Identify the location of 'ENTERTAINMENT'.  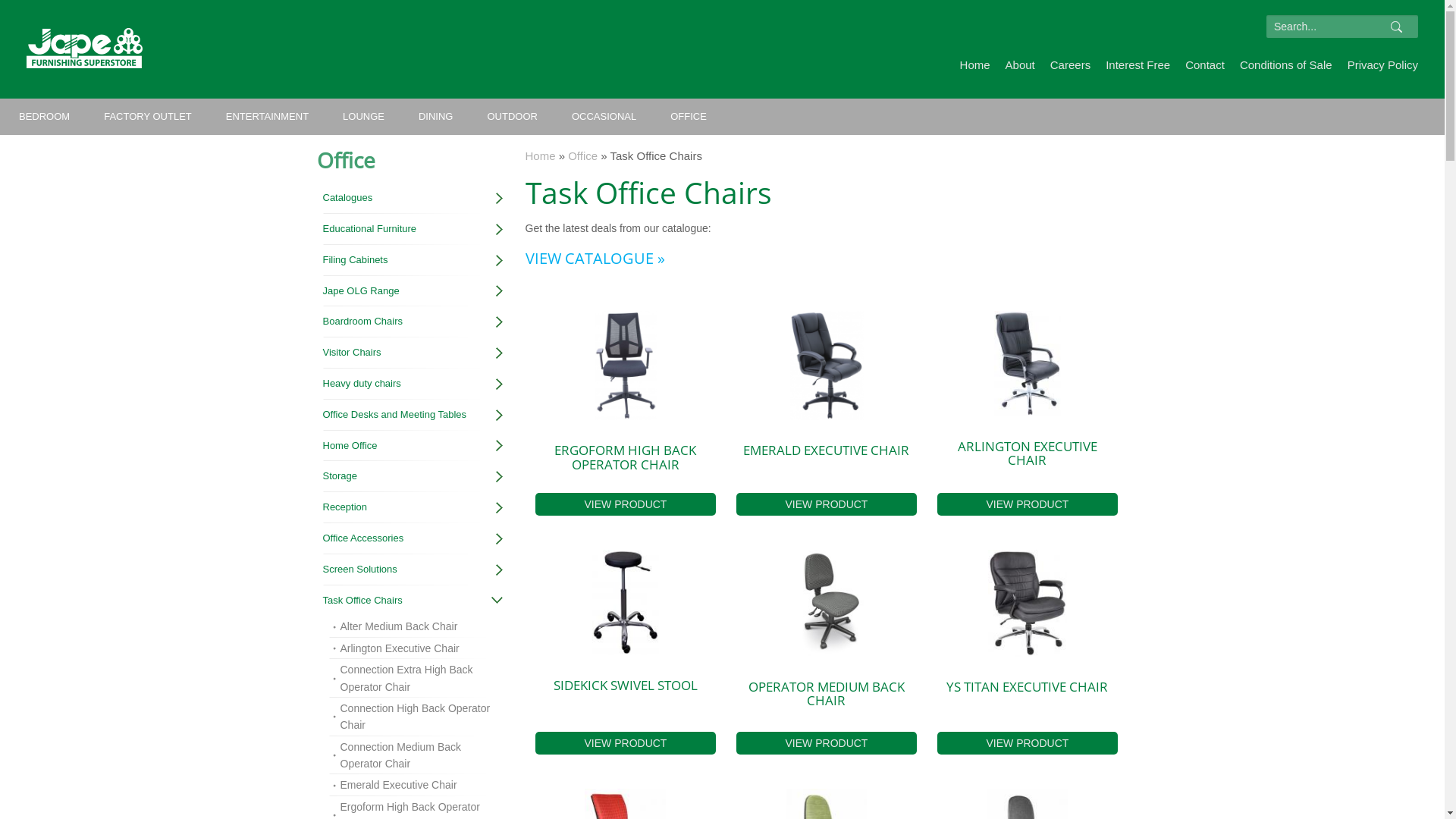
(267, 115).